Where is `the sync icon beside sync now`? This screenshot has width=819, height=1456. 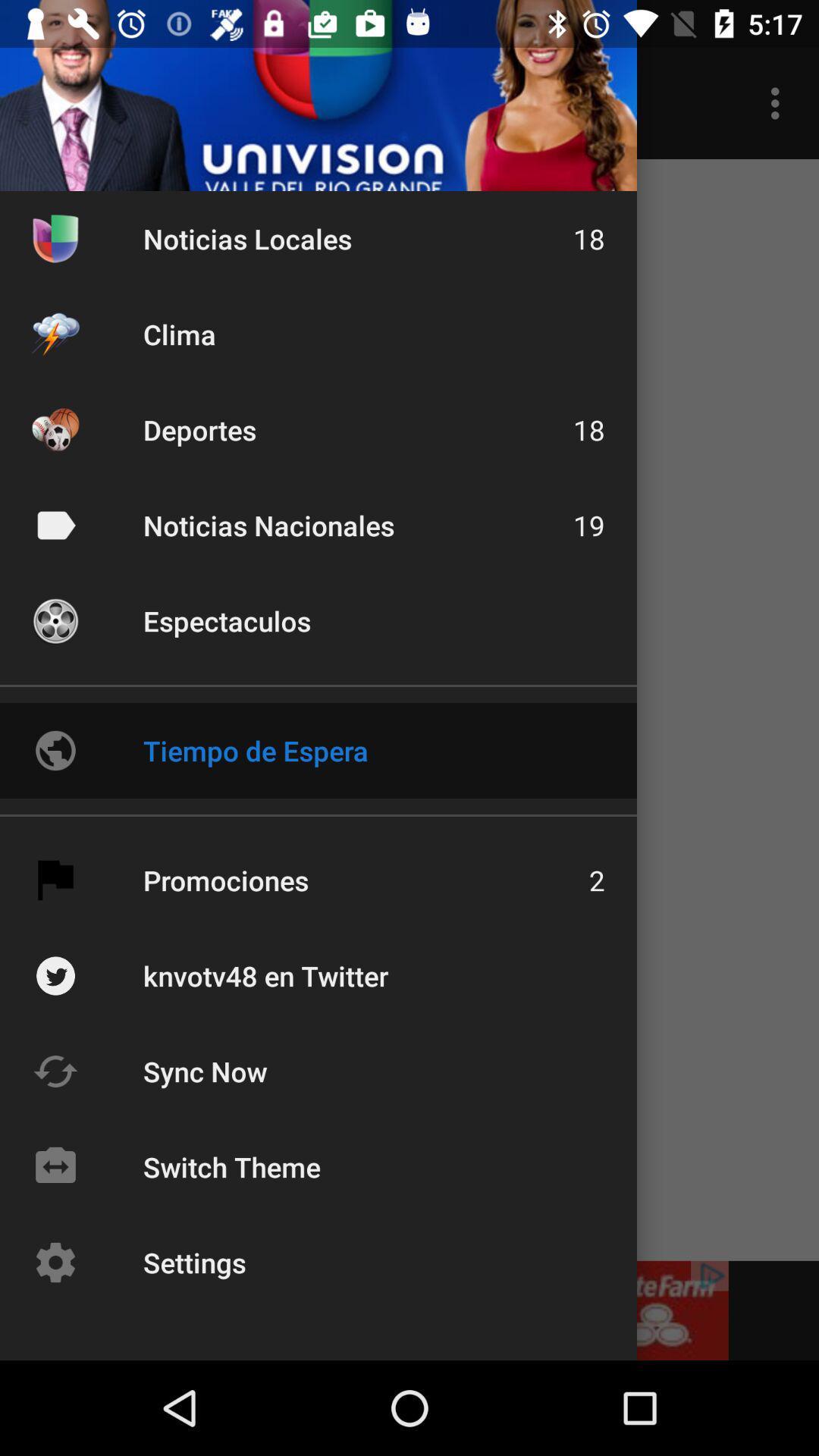 the sync icon beside sync now is located at coordinates (55, 1070).